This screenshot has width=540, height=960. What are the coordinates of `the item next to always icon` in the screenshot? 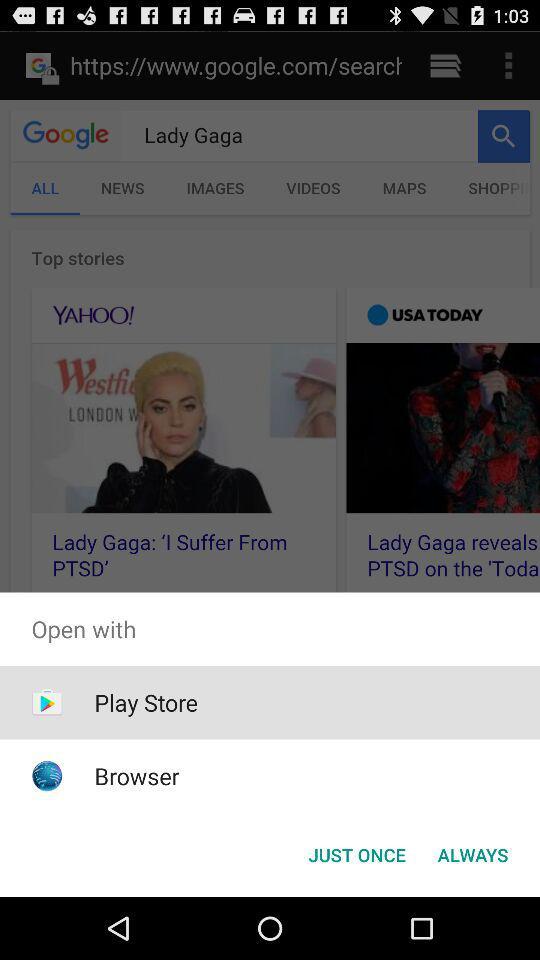 It's located at (356, 853).